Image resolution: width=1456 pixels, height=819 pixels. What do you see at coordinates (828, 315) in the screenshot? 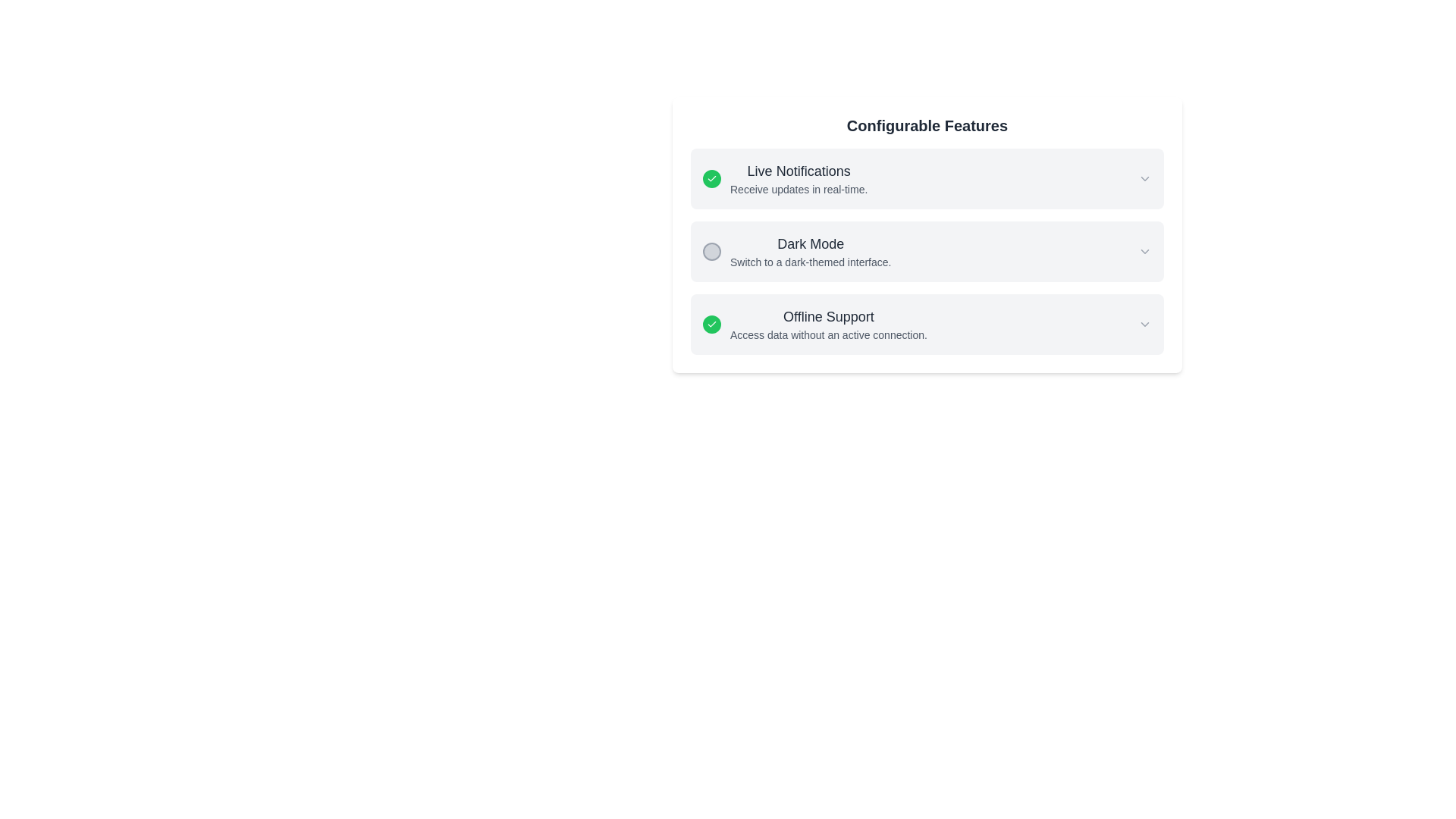
I see `the 'Offline Support' label, which is styled in a larger bold grey font and is the first text element in the third card under 'Configurable Features'` at bounding box center [828, 315].